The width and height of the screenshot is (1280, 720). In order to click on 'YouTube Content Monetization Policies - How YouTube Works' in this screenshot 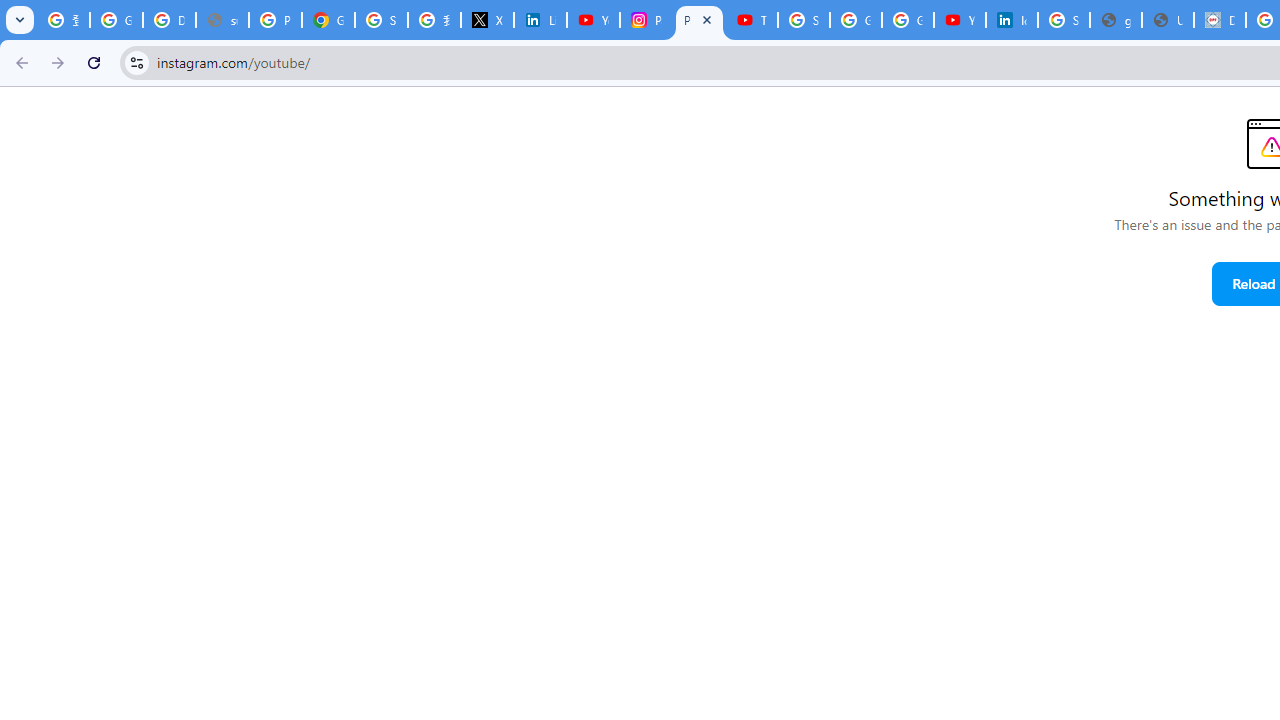, I will do `click(592, 20)`.